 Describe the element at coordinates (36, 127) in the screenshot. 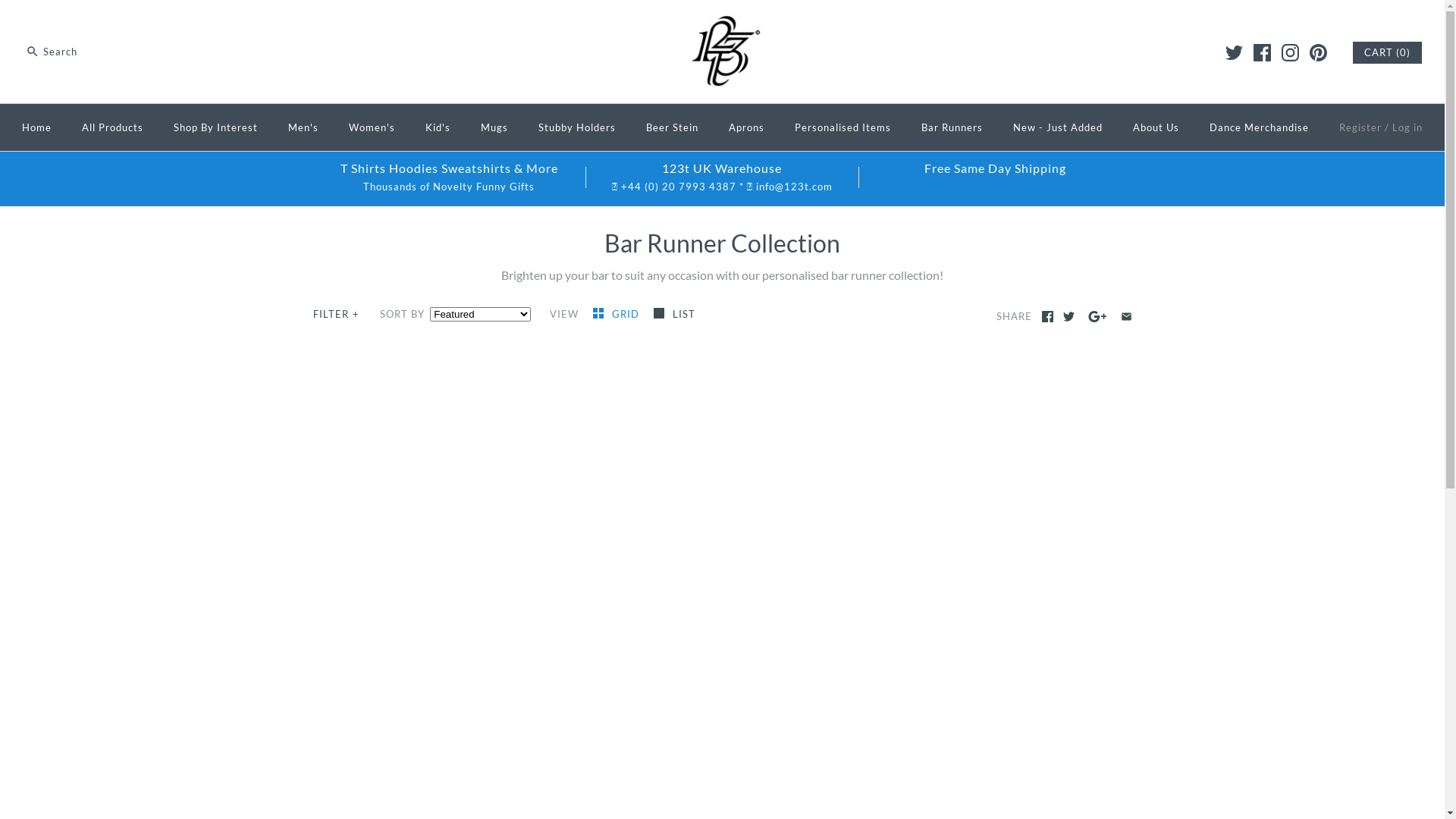

I see `'Home'` at that location.